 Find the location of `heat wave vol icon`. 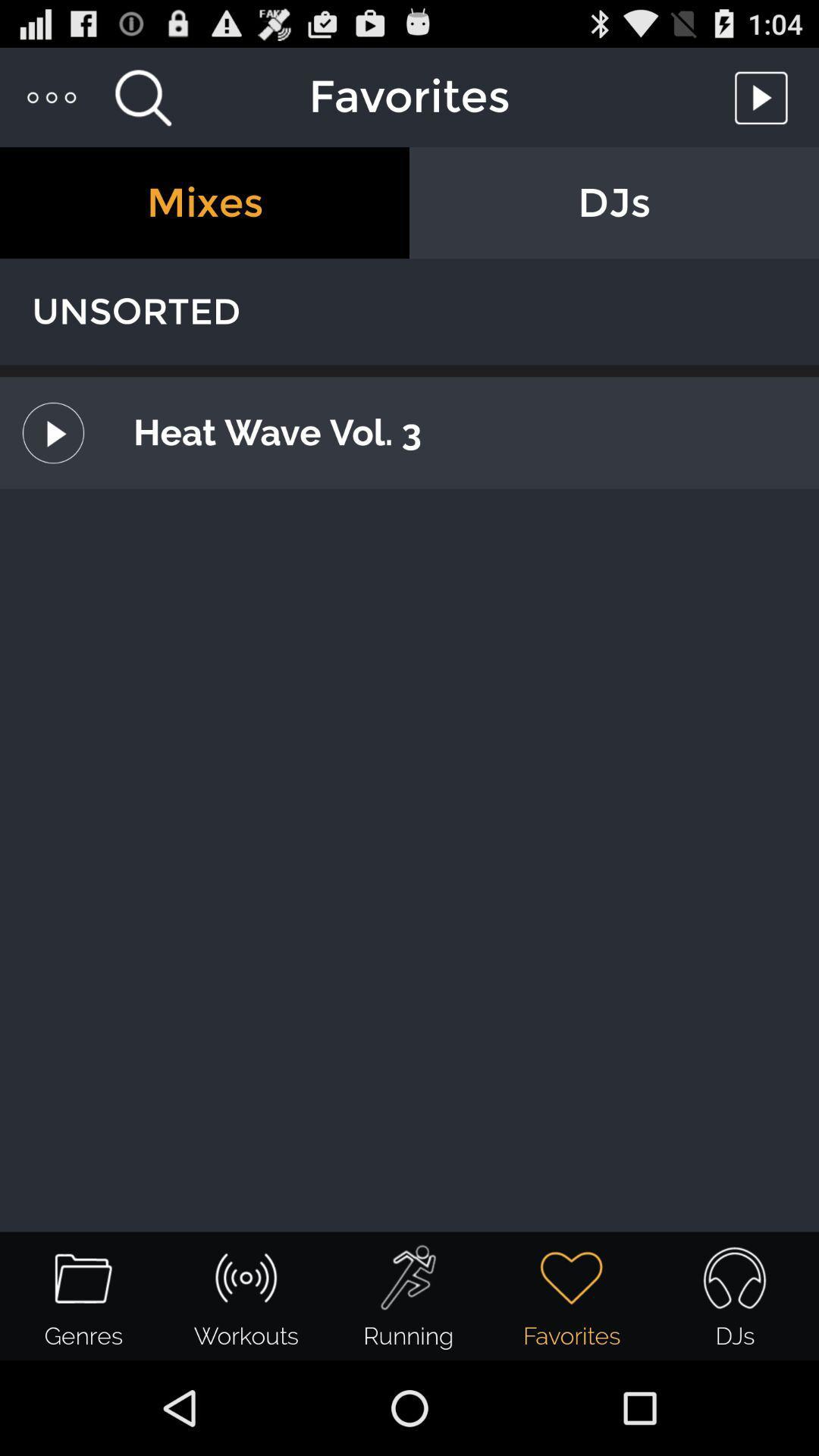

heat wave vol icon is located at coordinates (458, 431).